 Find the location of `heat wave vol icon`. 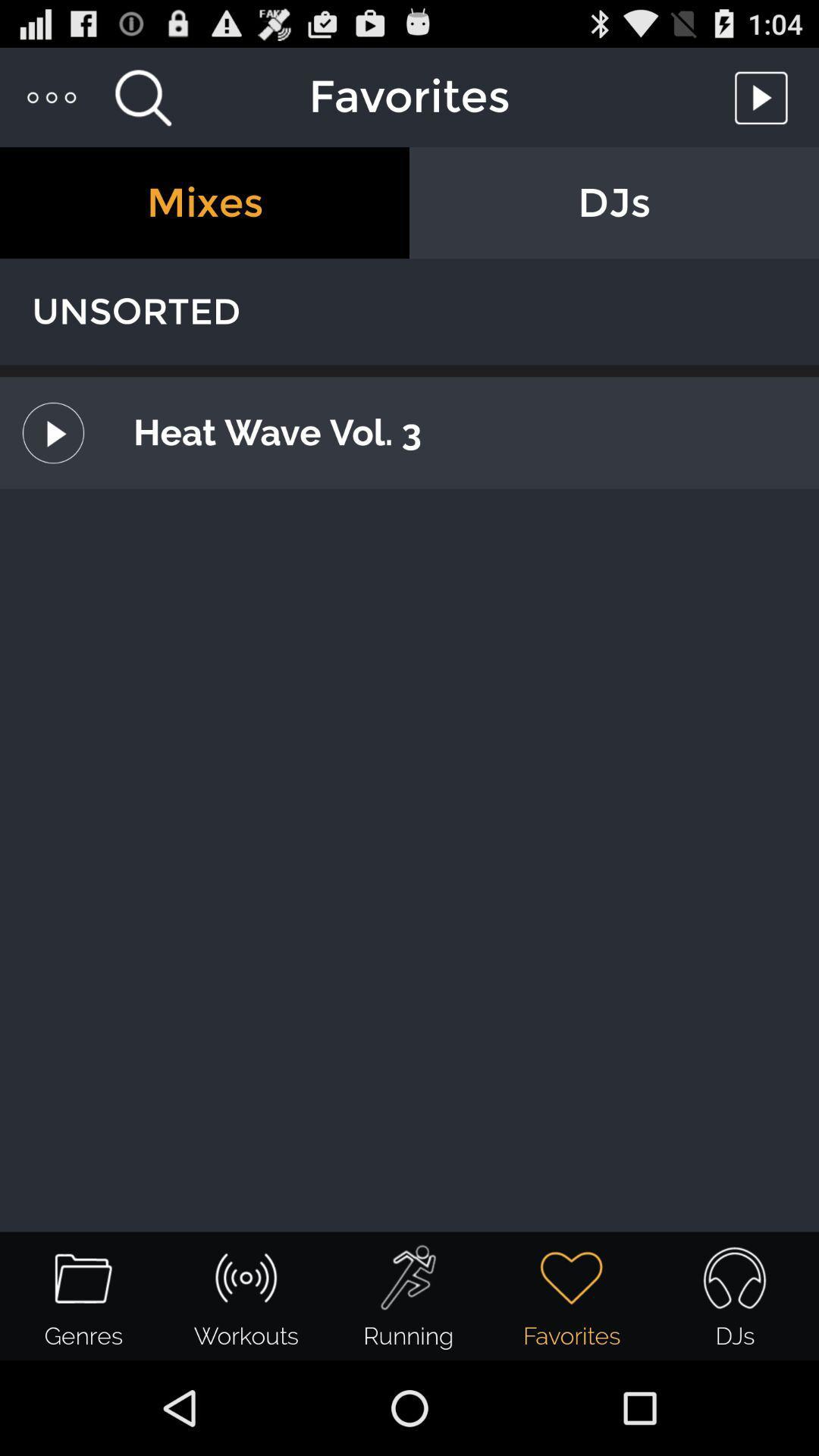

heat wave vol icon is located at coordinates (458, 431).